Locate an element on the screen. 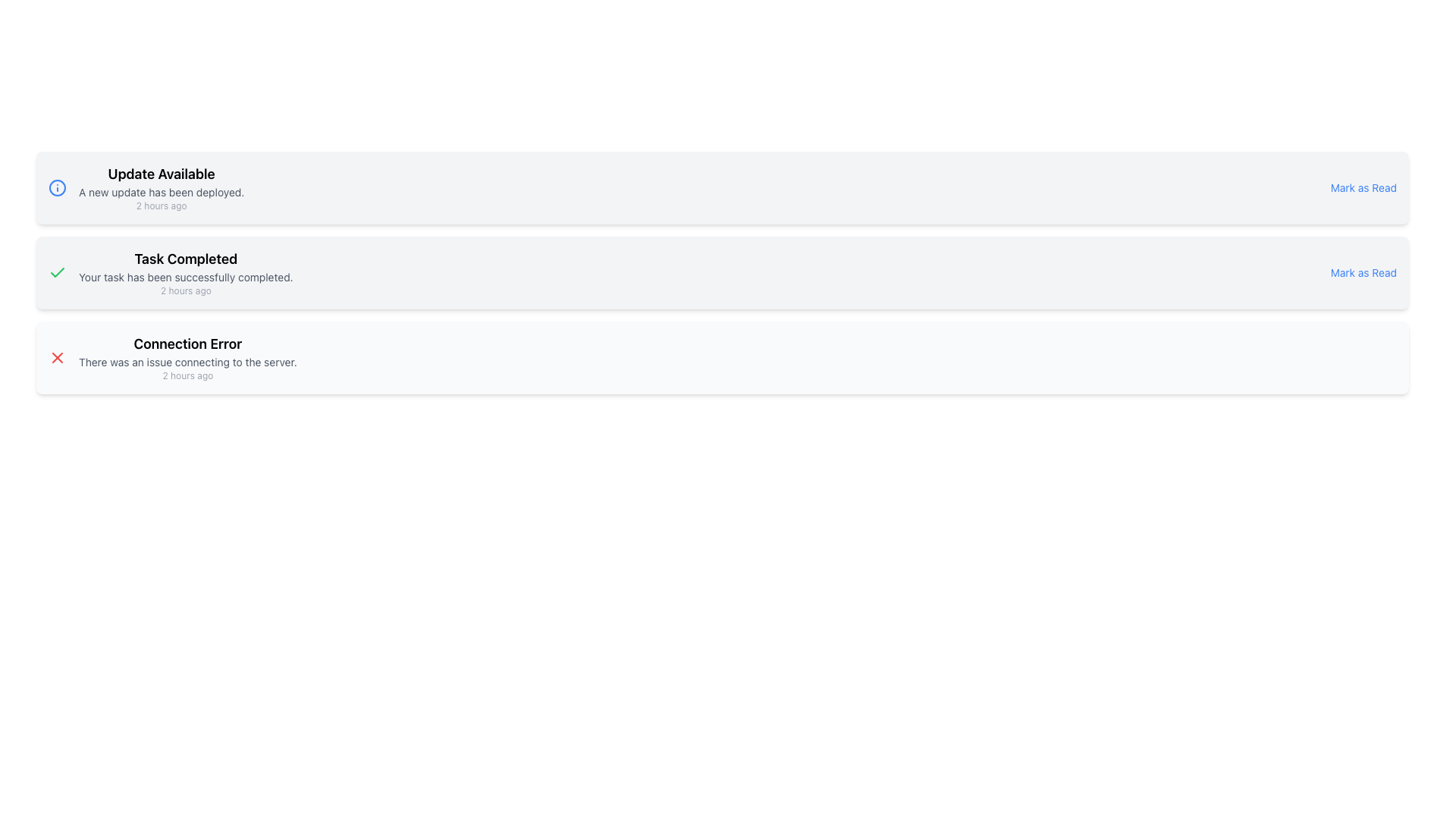  the Notification Component that alerts users about connection issues, positioned centrally in the lower section of the three-item list is located at coordinates (172, 357).